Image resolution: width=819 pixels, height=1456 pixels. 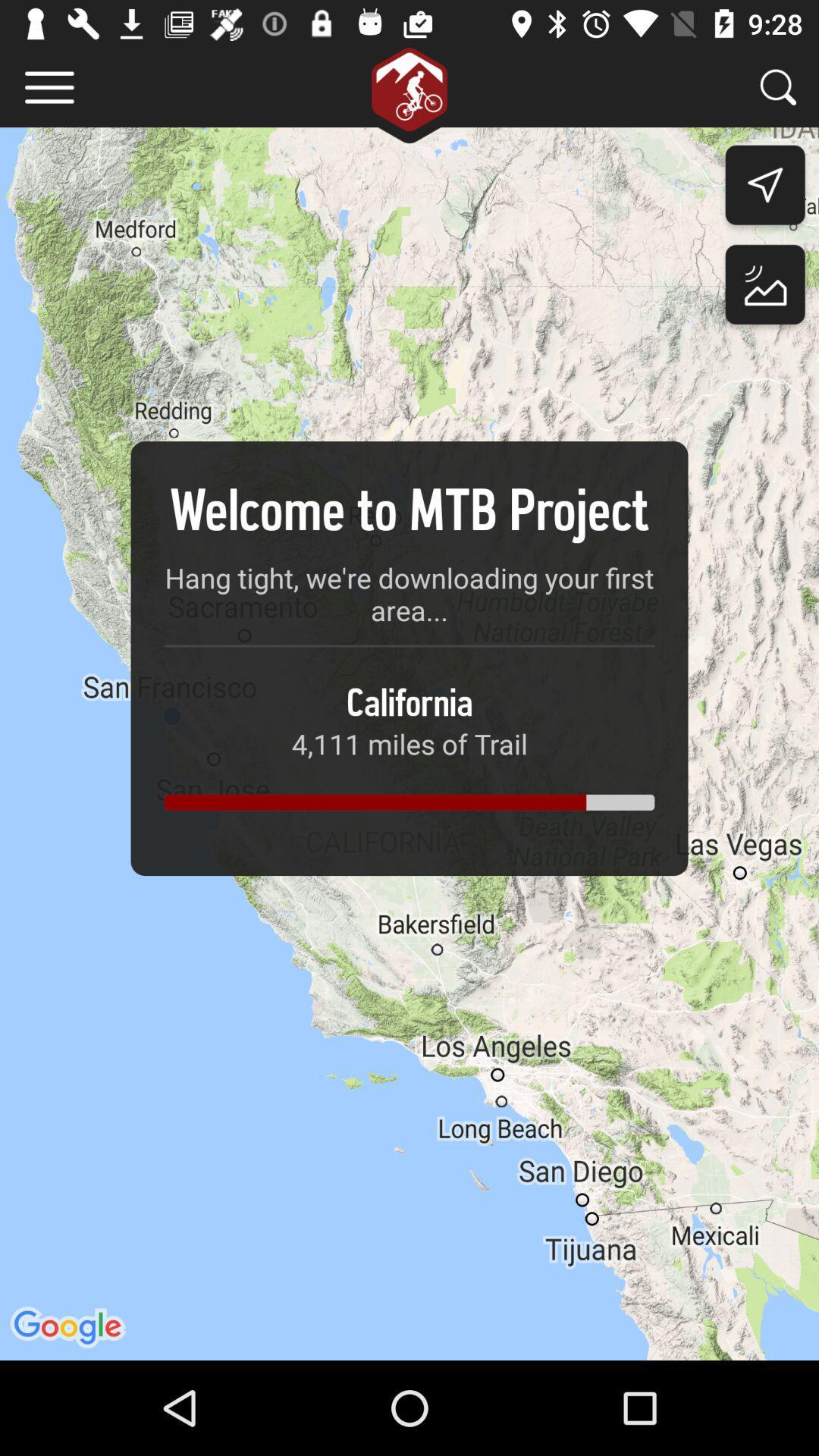 What do you see at coordinates (778, 86) in the screenshot?
I see `search button` at bounding box center [778, 86].